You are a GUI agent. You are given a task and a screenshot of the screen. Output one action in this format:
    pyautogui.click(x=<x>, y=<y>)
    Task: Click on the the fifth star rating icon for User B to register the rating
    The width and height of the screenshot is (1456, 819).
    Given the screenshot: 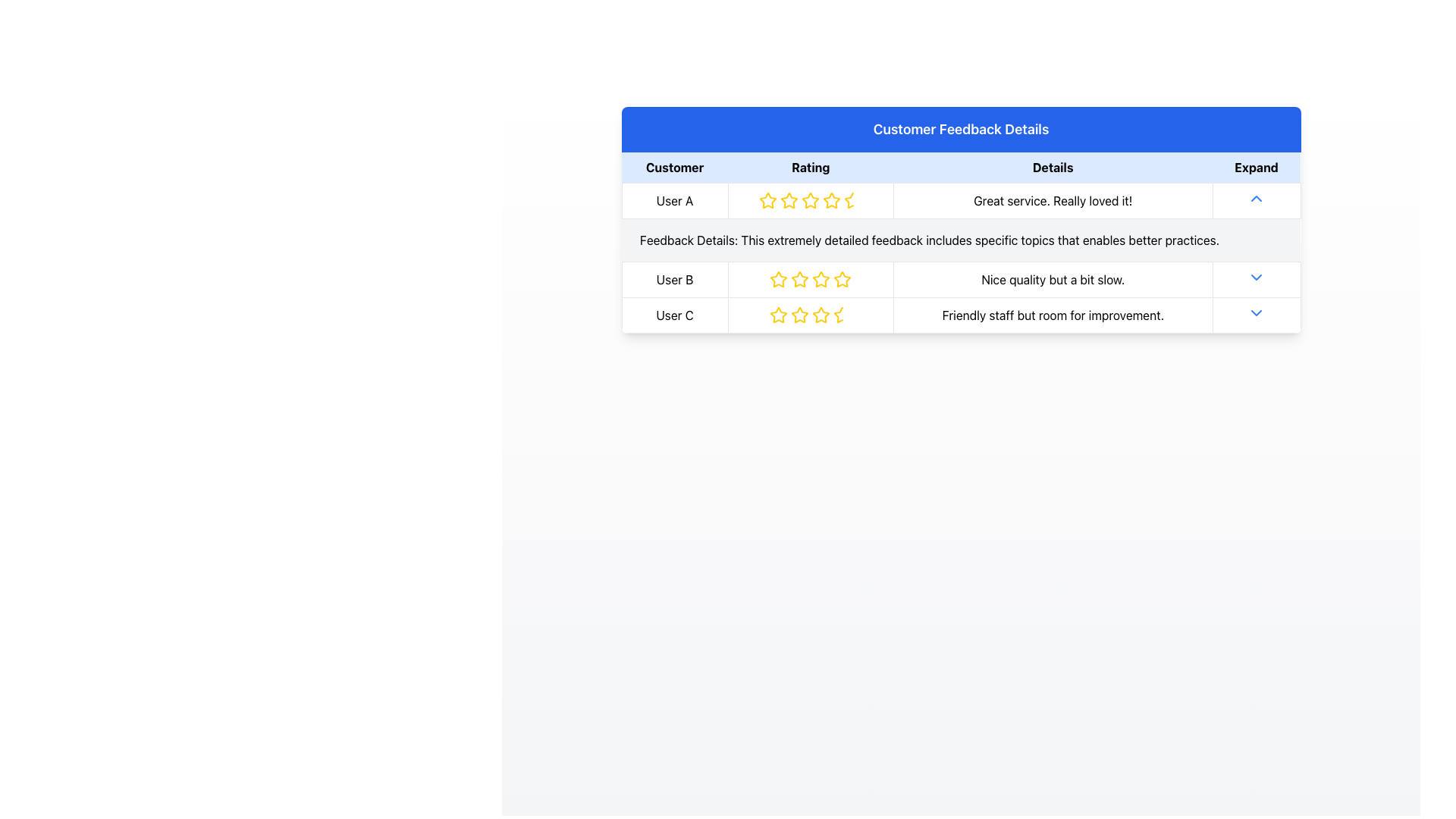 What is the action you would take?
    pyautogui.click(x=842, y=280)
    